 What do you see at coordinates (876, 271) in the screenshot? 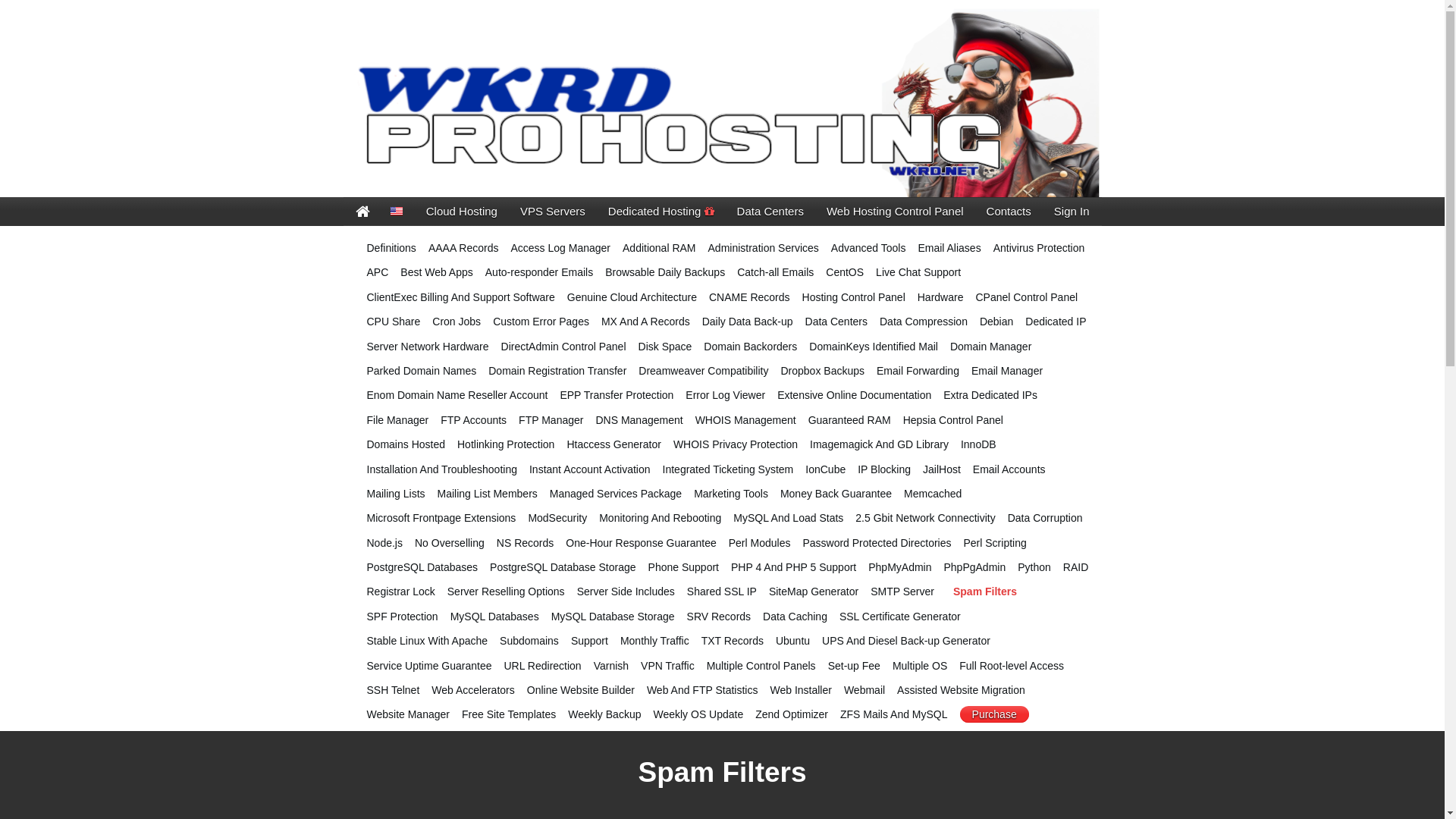
I see `'Live Chat Support'` at bounding box center [876, 271].